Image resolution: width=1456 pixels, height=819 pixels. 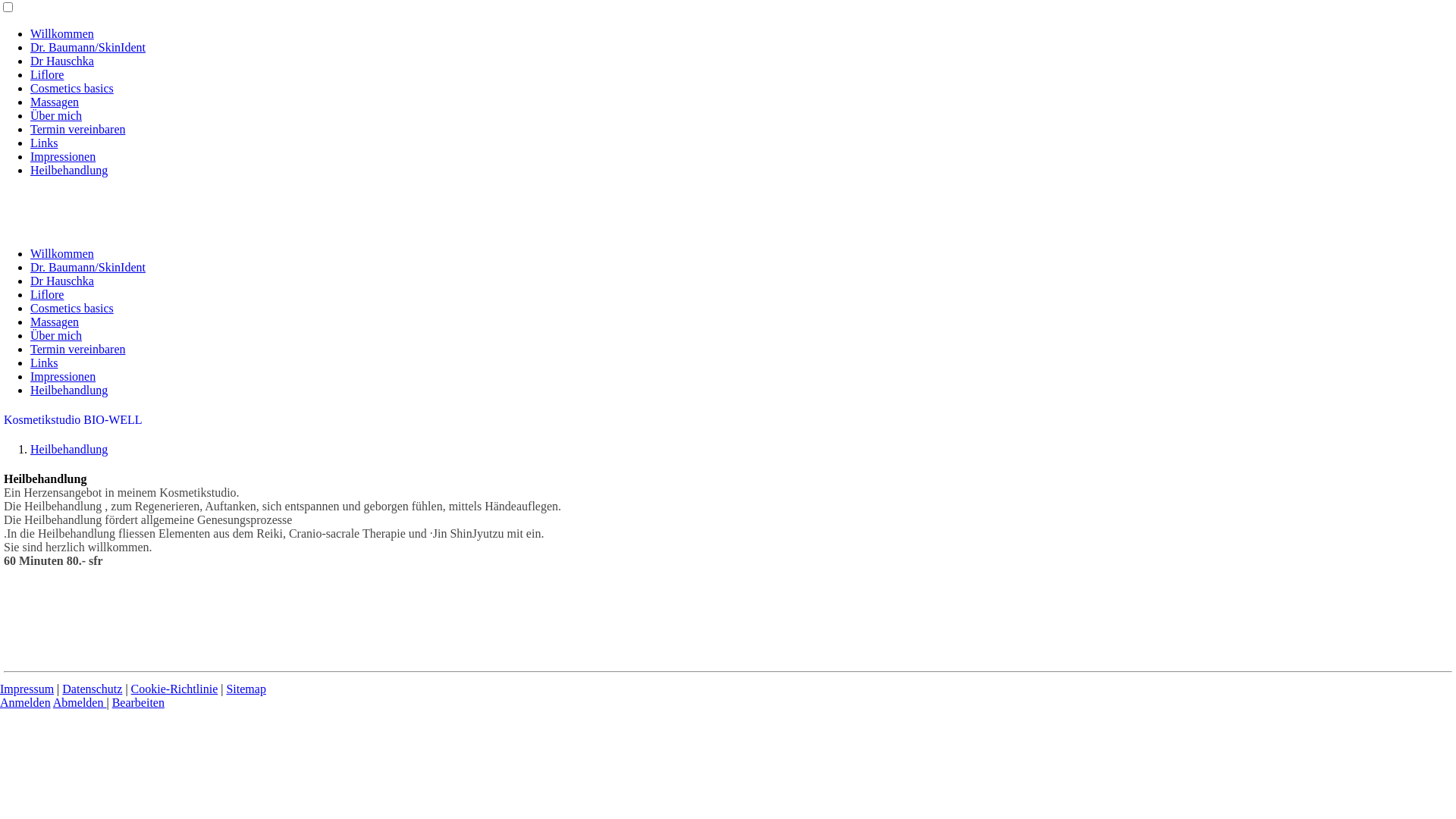 I want to click on 'Dr. Baumann/SkinIdent', so click(x=86, y=46).